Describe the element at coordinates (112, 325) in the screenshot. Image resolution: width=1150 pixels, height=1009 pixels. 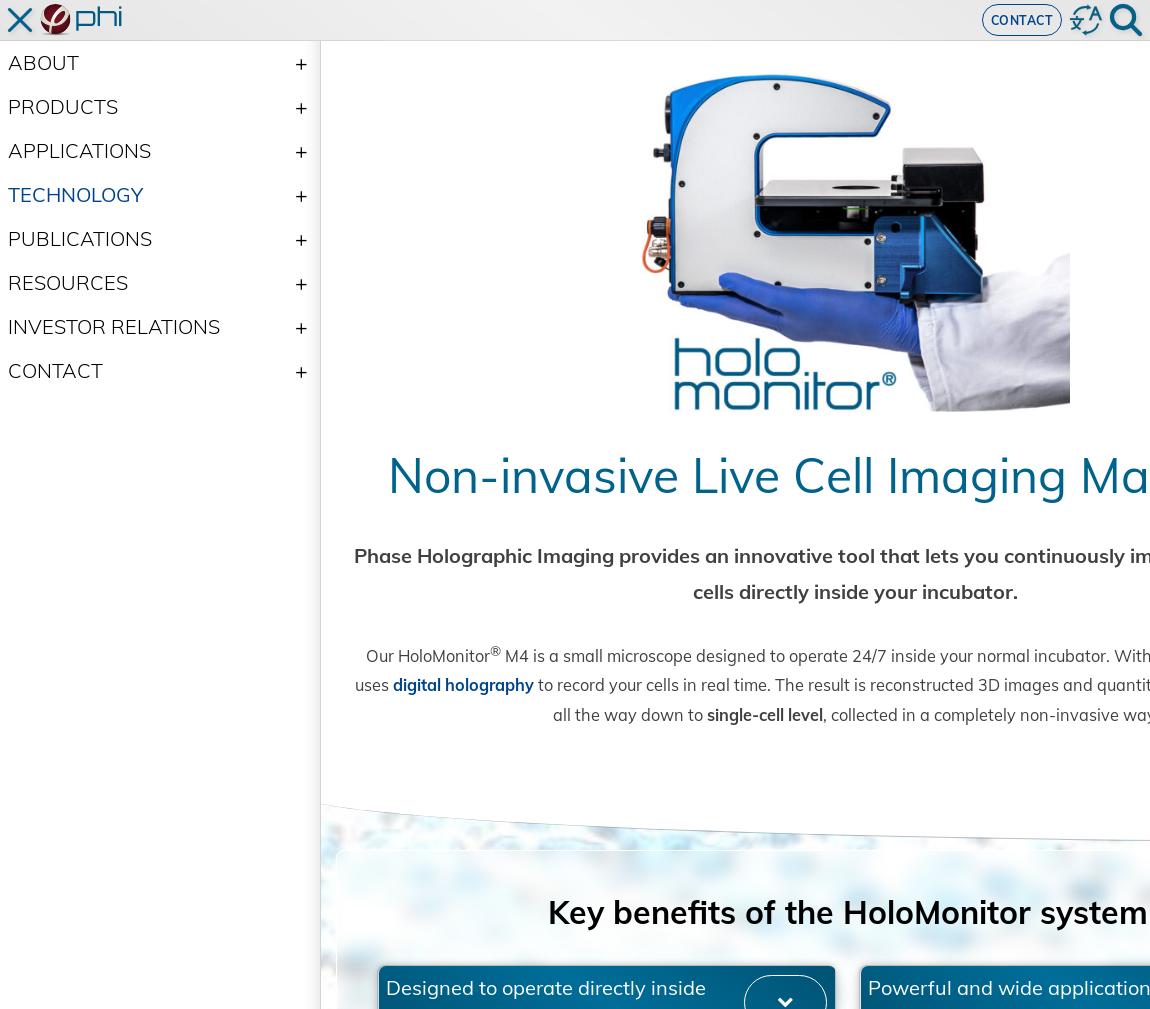
I see `'Investor Relations'` at that location.